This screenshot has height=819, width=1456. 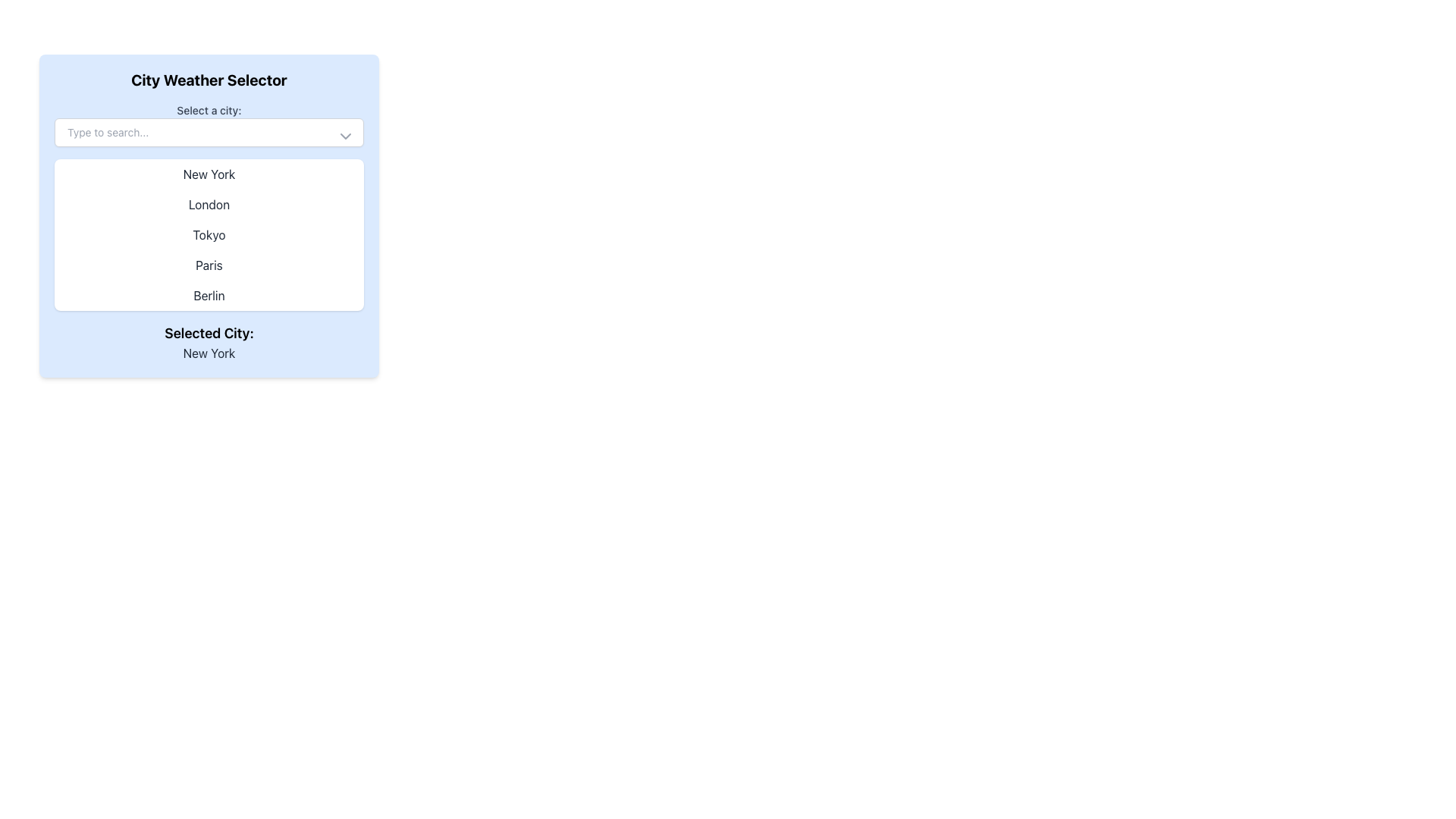 What do you see at coordinates (208, 174) in the screenshot?
I see `the text label 'New York' in the selectable list` at bounding box center [208, 174].